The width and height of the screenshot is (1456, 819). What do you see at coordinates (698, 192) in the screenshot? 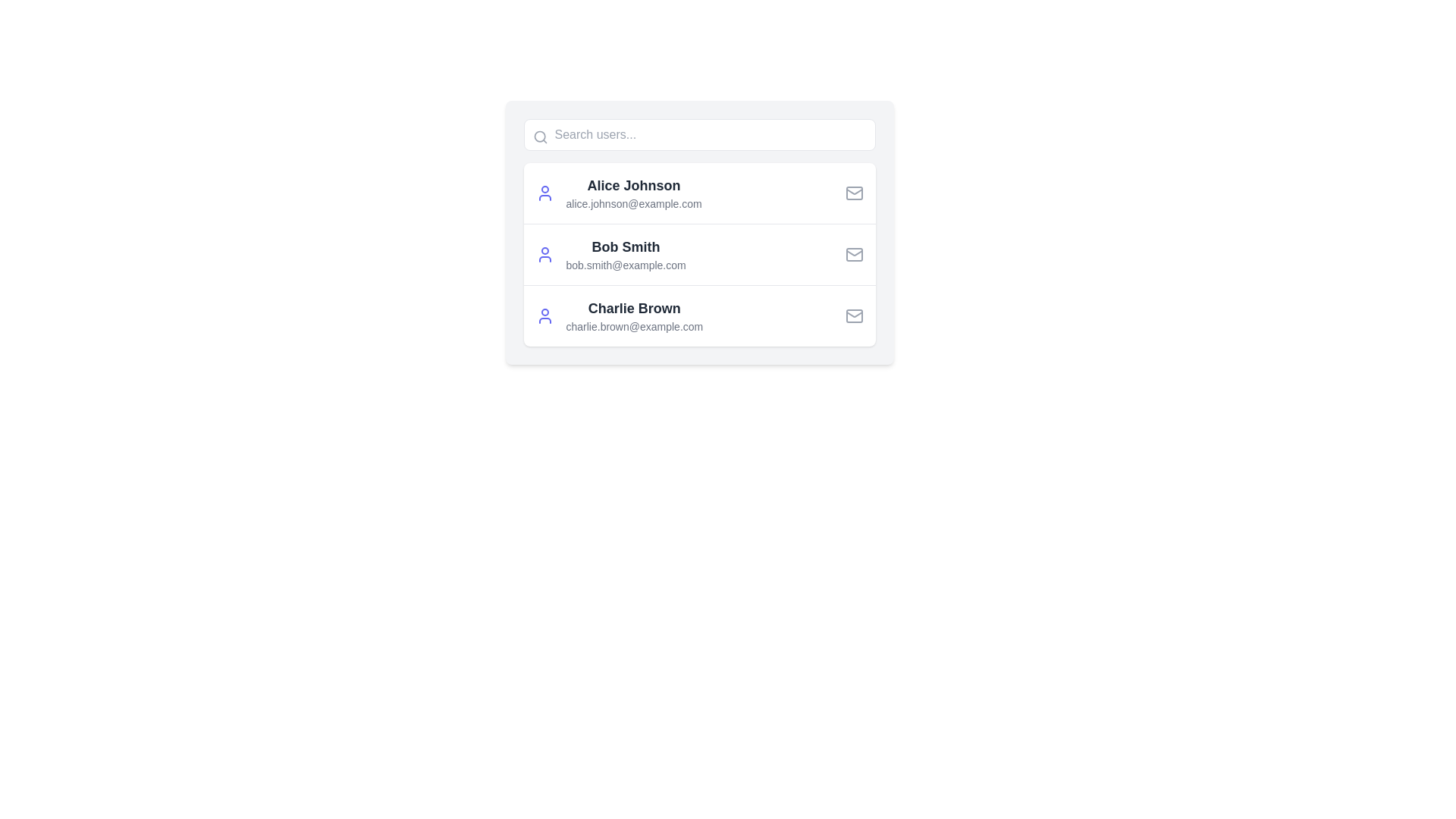
I see `the first entry in the contact list, which is located beneath the 'Search users...' bar` at bounding box center [698, 192].